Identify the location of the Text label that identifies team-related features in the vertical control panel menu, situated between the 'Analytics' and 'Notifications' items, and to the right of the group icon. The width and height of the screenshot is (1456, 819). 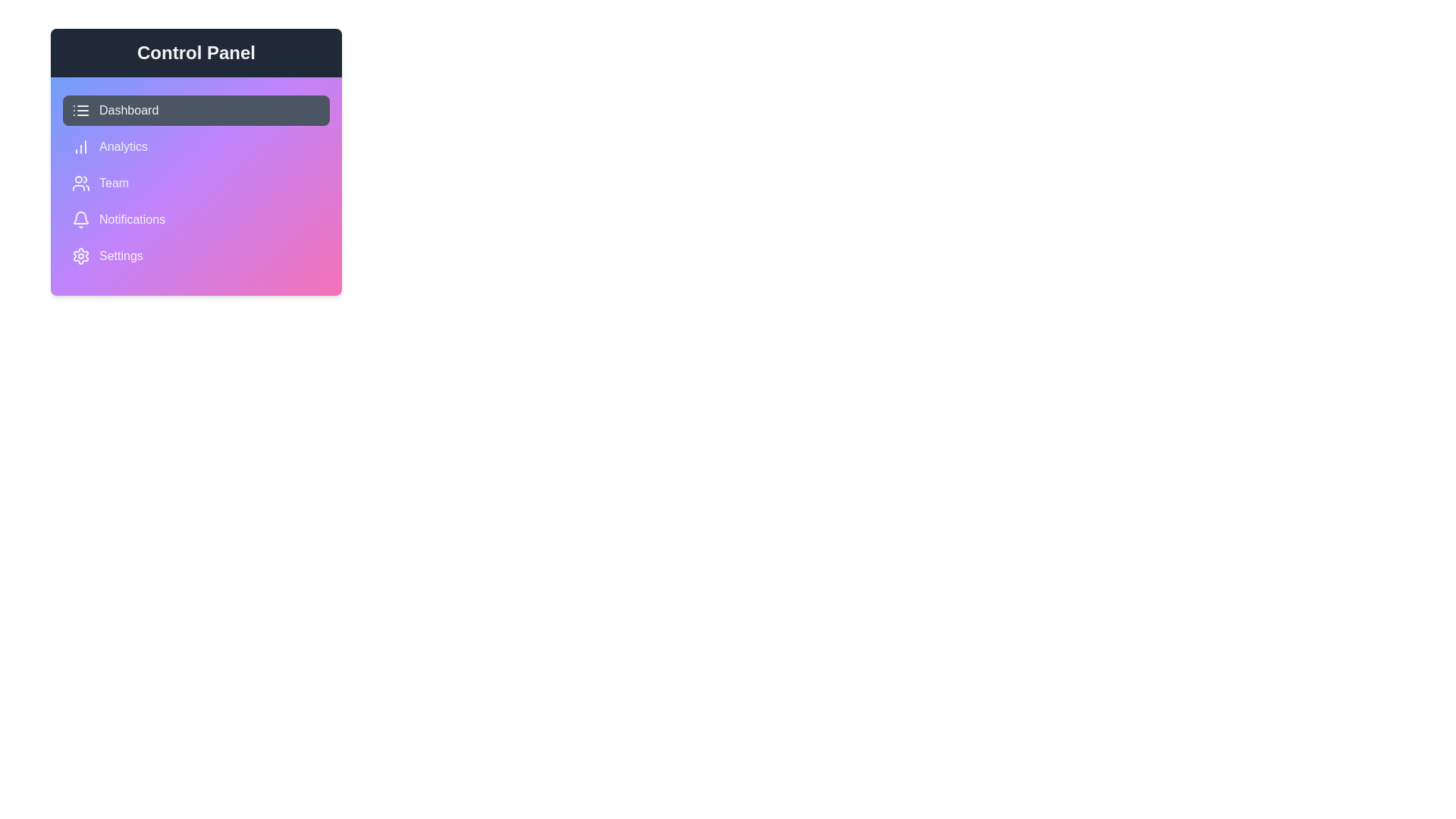
(113, 183).